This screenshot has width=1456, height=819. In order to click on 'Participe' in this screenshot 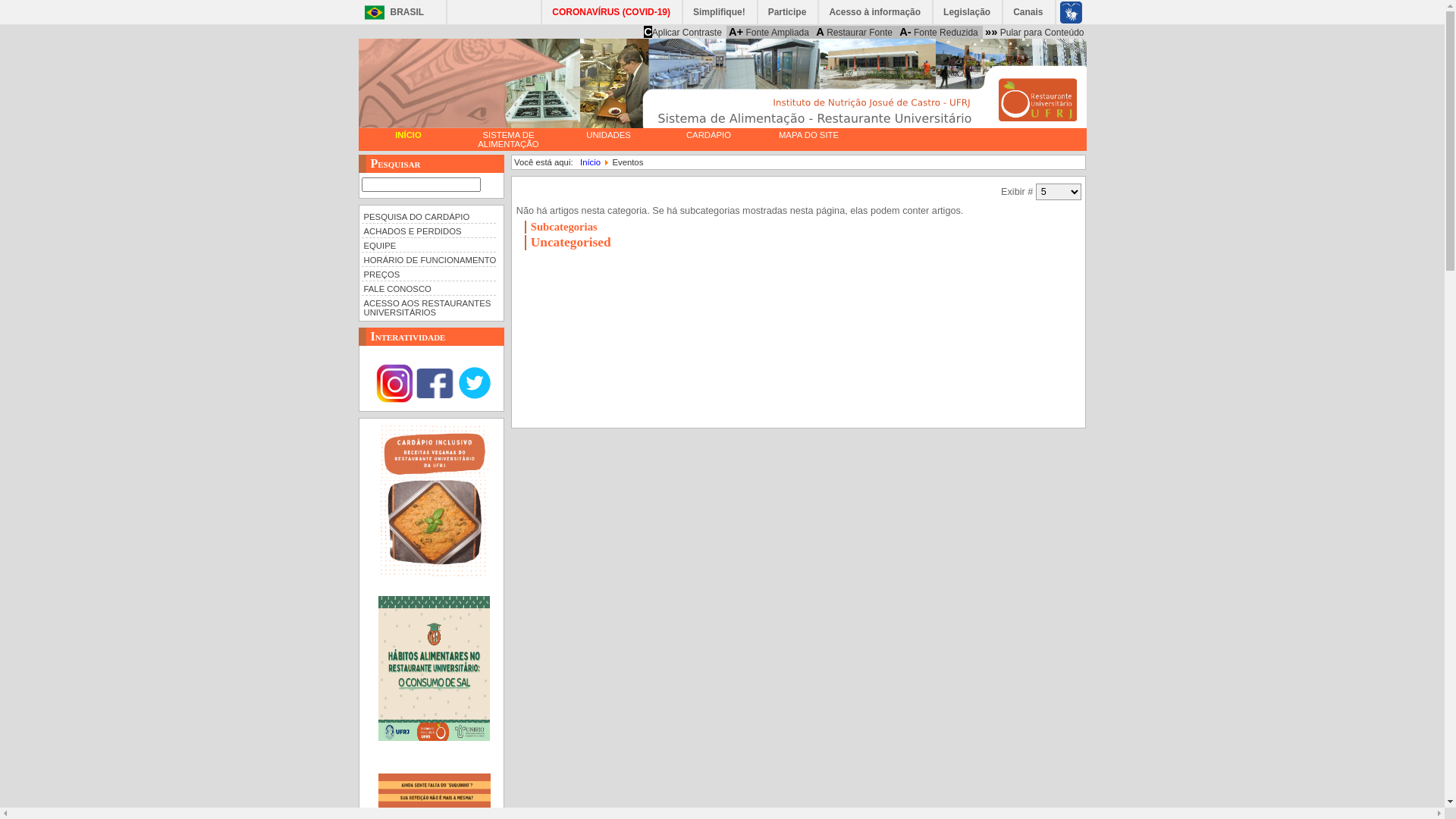, I will do `click(788, 11)`.